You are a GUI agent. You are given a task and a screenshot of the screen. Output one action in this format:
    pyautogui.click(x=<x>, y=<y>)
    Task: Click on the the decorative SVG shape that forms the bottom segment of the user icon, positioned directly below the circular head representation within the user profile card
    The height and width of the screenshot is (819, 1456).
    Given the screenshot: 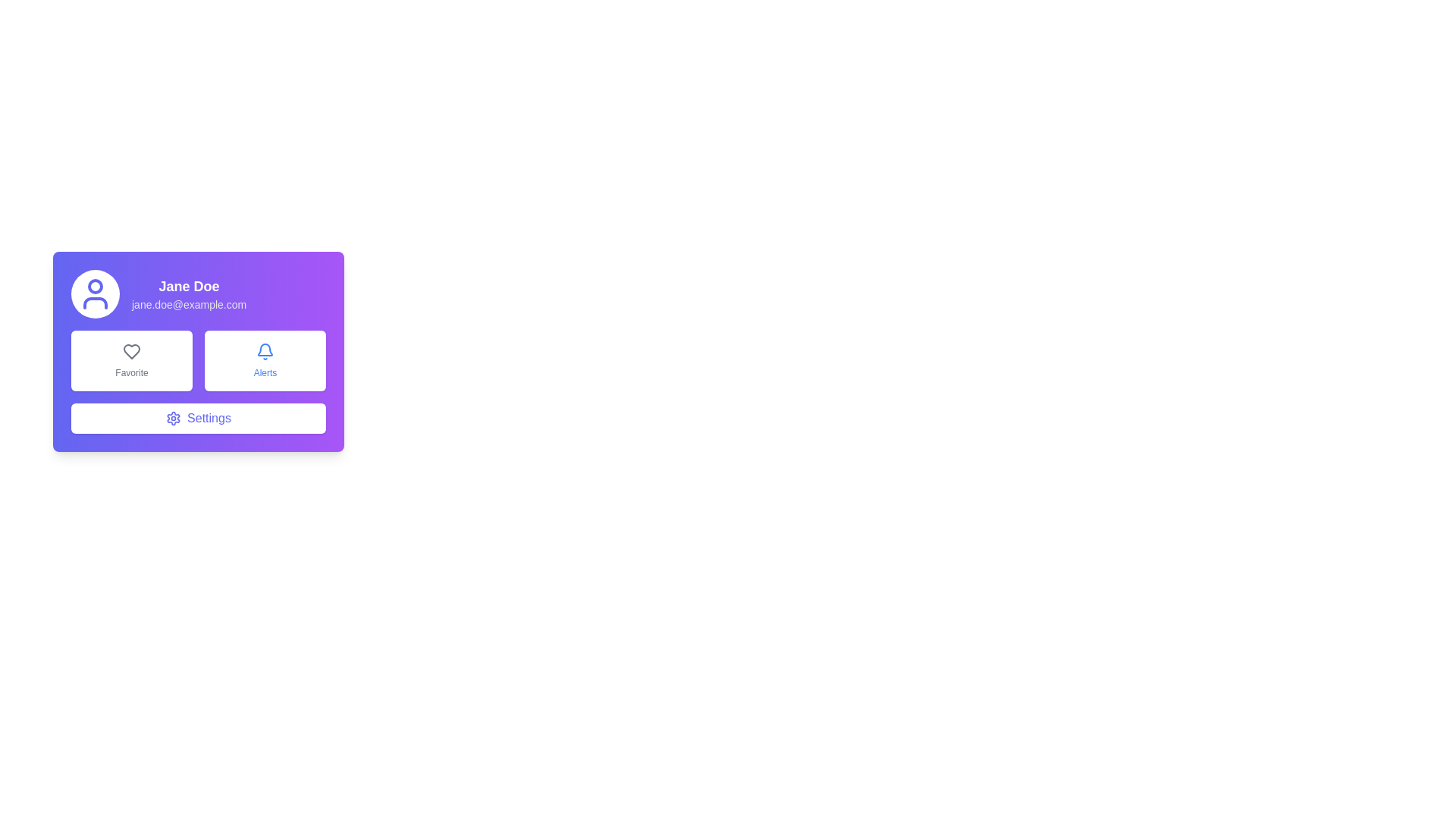 What is the action you would take?
    pyautogui.click(x=94, y=303)
    